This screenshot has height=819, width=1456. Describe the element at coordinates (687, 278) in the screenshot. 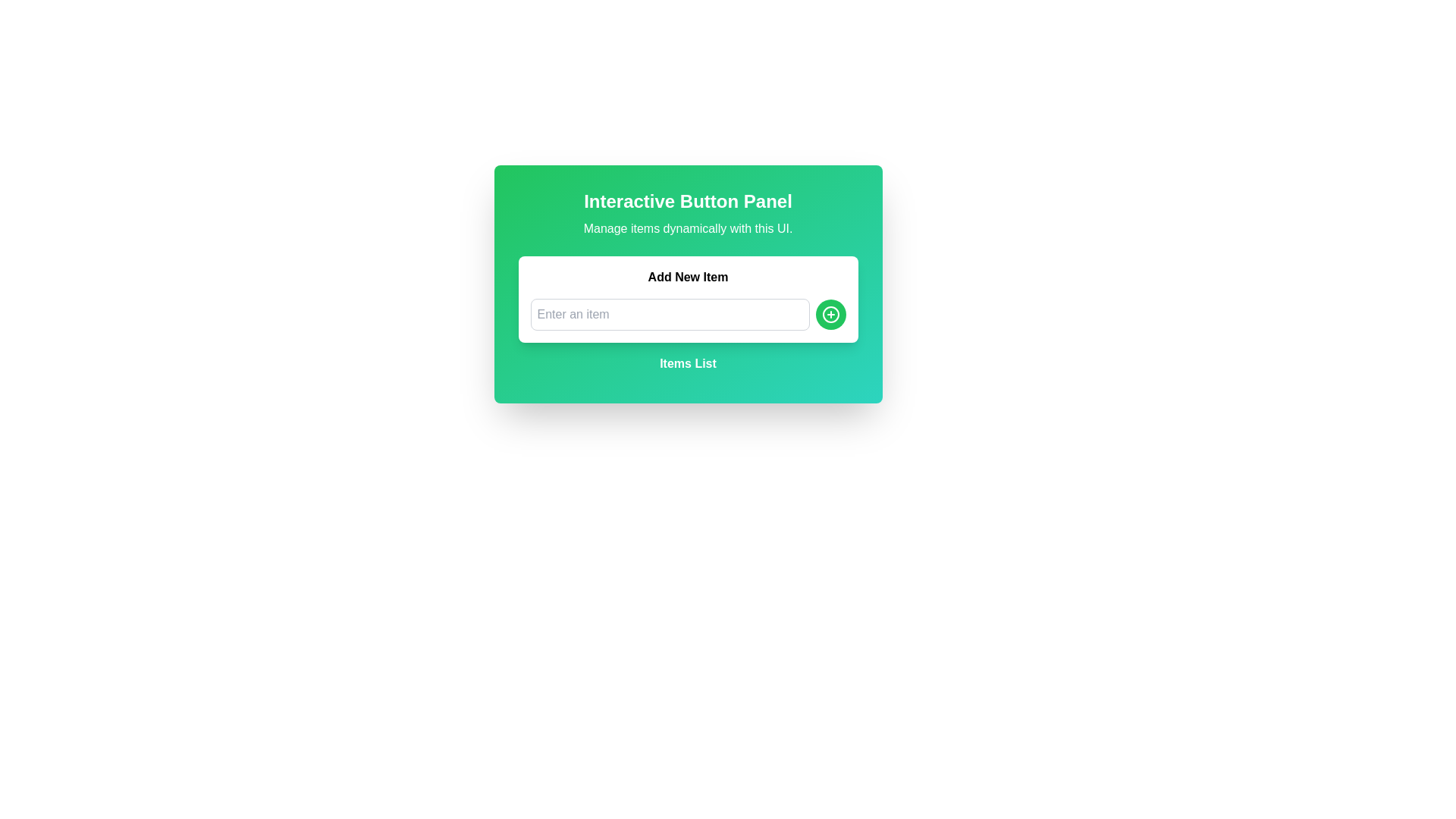

I see `the bold text label 'Add New Item' that is centered at the top of a white rounded rectangular card on a green gradient background` at that location.